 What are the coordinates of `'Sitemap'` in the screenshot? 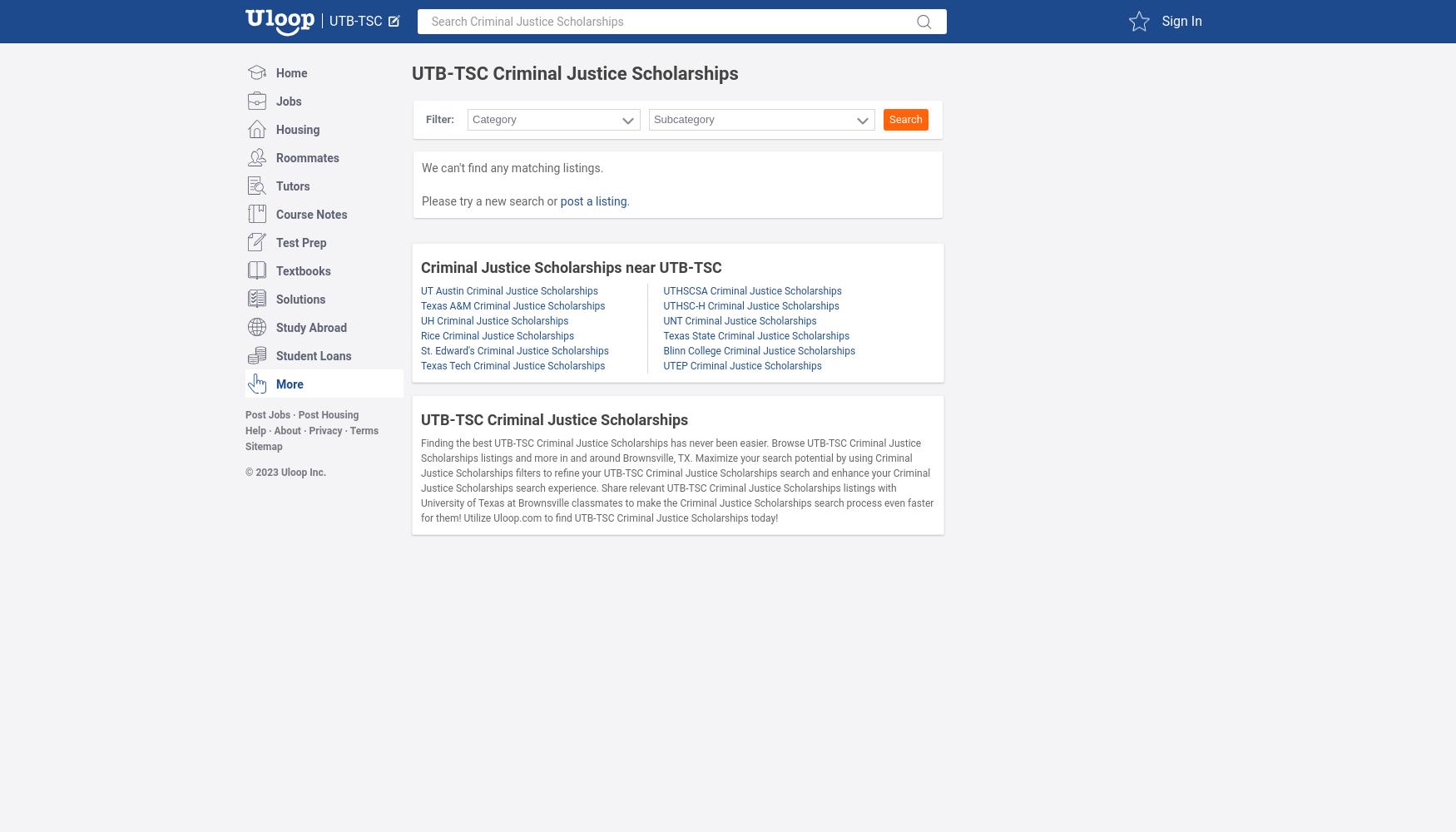 It's located at (263, 447).